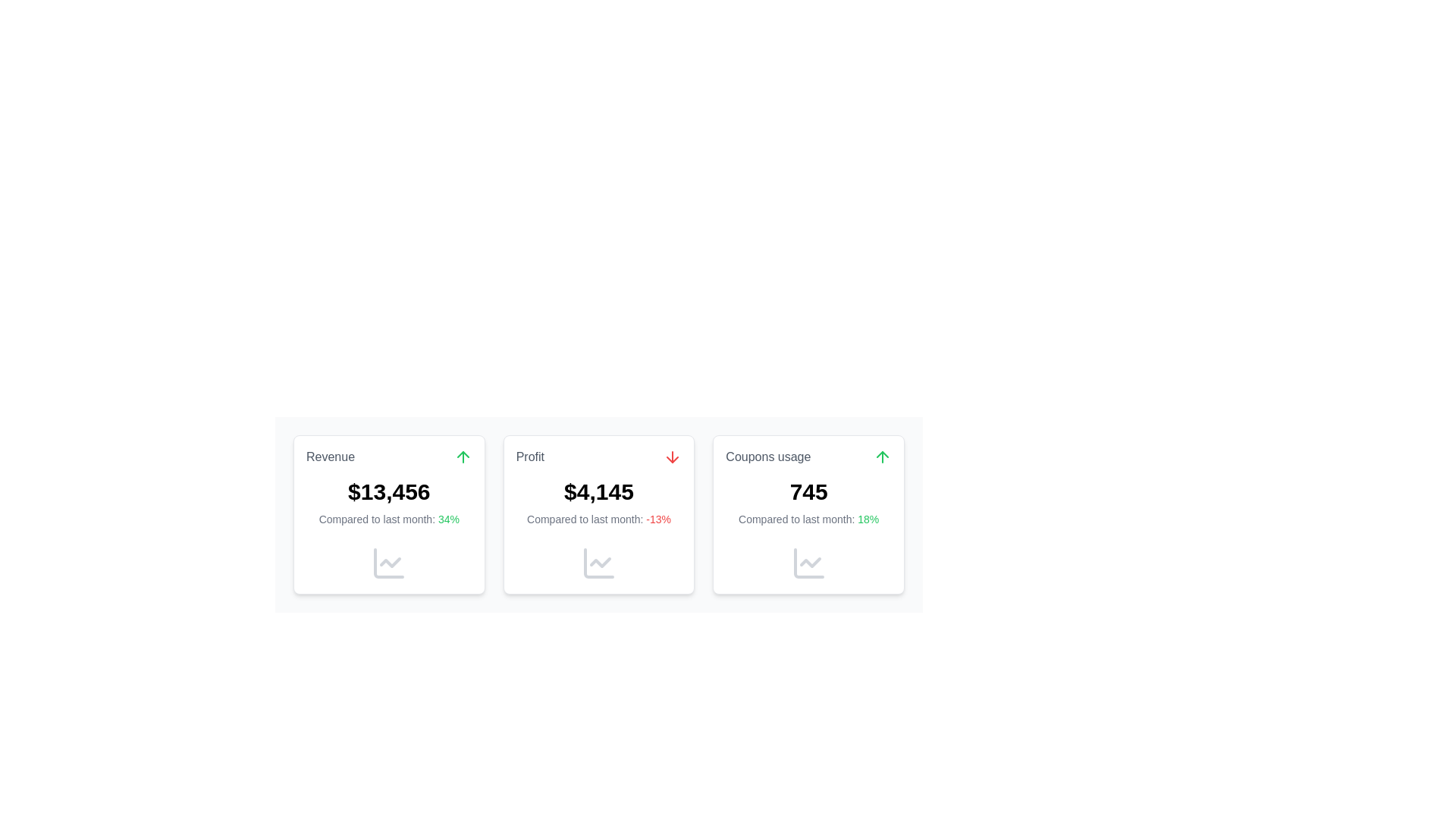  Describe the element at coordinates (808, 513) in the screenshot. I see `displayed information from the Informative card summarizing data about coupon usage, located in the third column after the 'Revenue' and 'Profit' cards` at that location.